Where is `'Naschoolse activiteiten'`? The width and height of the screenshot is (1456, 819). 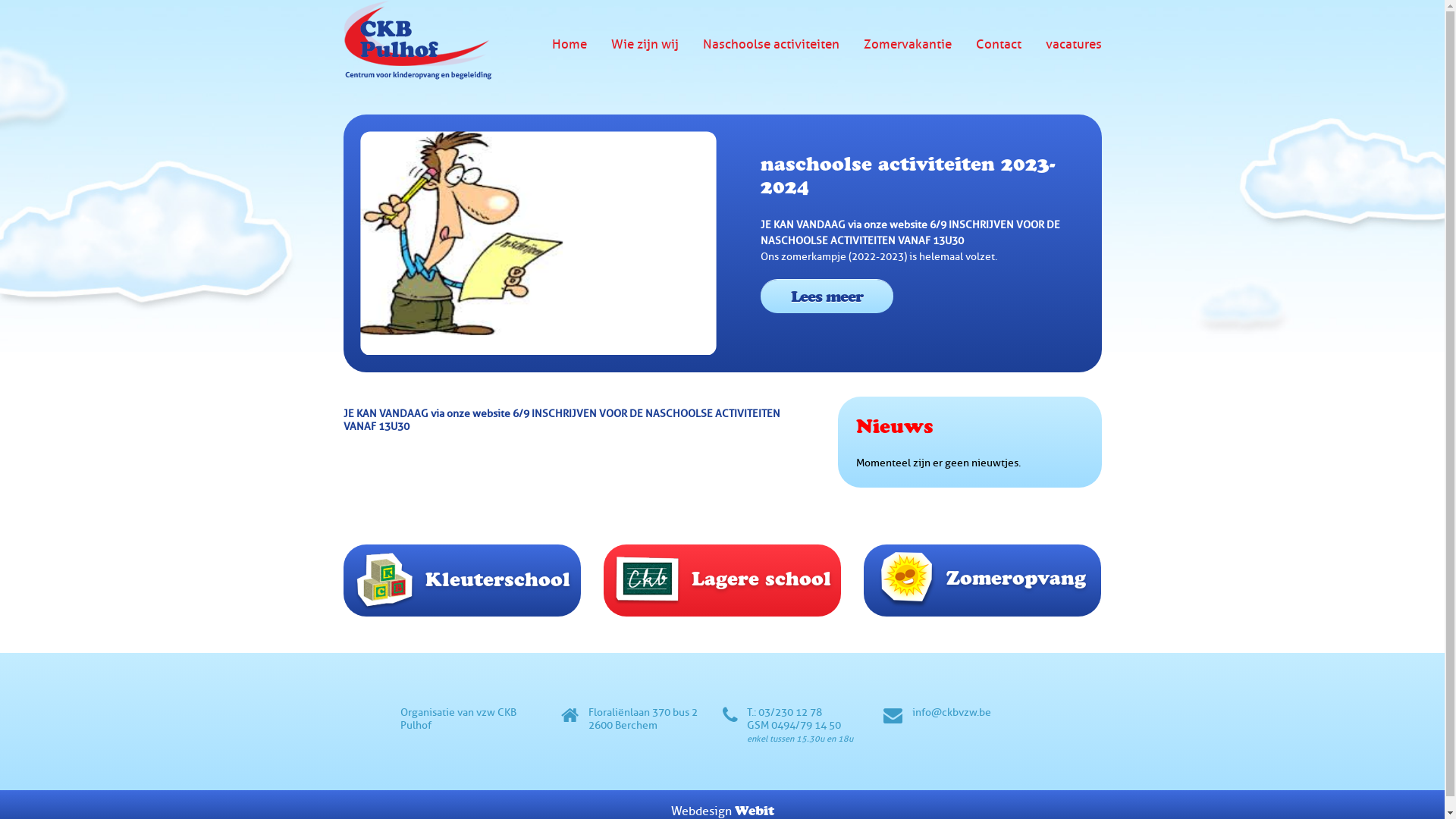 'Naschoolse activiteiten' is located at coordinates (770, 43).